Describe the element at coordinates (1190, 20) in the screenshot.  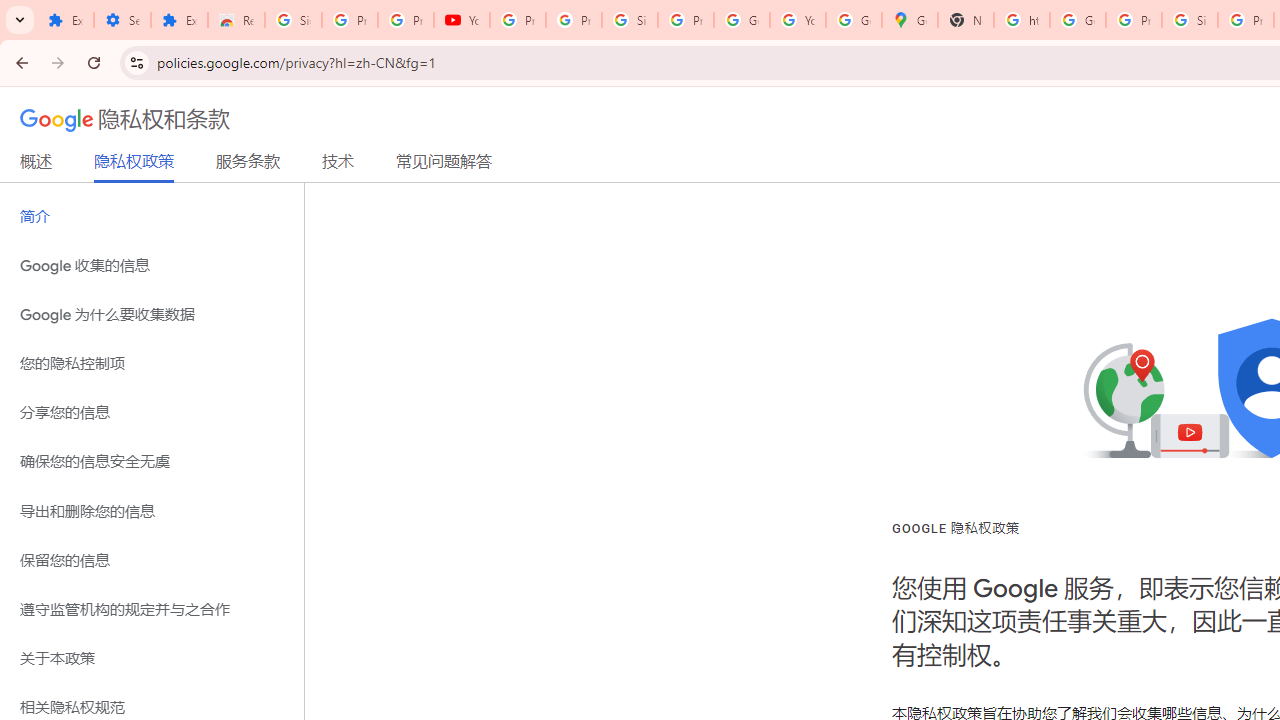
I see `'Sign in - Google Accounts'` at that location.